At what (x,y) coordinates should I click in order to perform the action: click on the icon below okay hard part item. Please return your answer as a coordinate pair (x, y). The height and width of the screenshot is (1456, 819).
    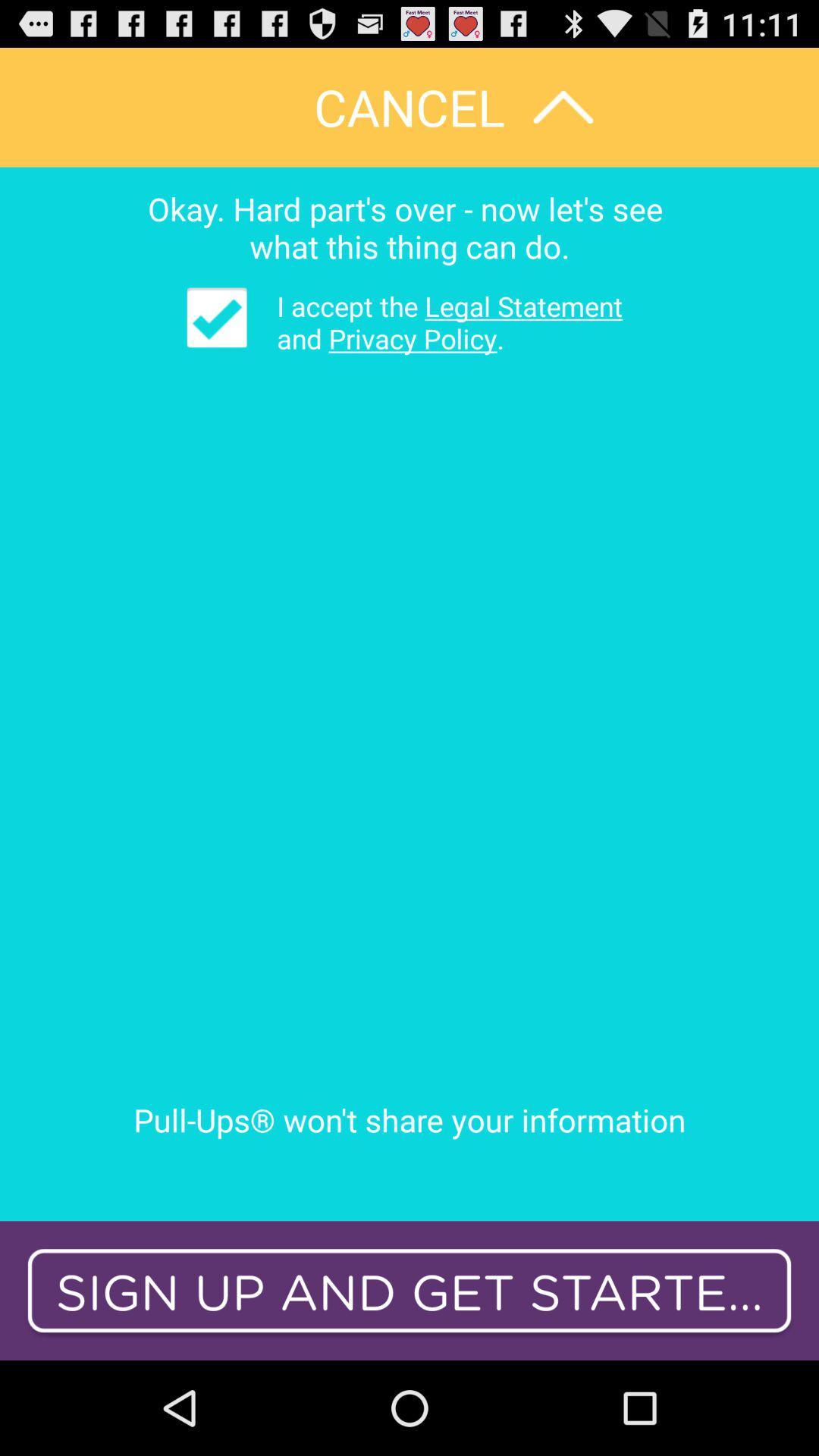
    Looking at the image, I should click on (217, 316).